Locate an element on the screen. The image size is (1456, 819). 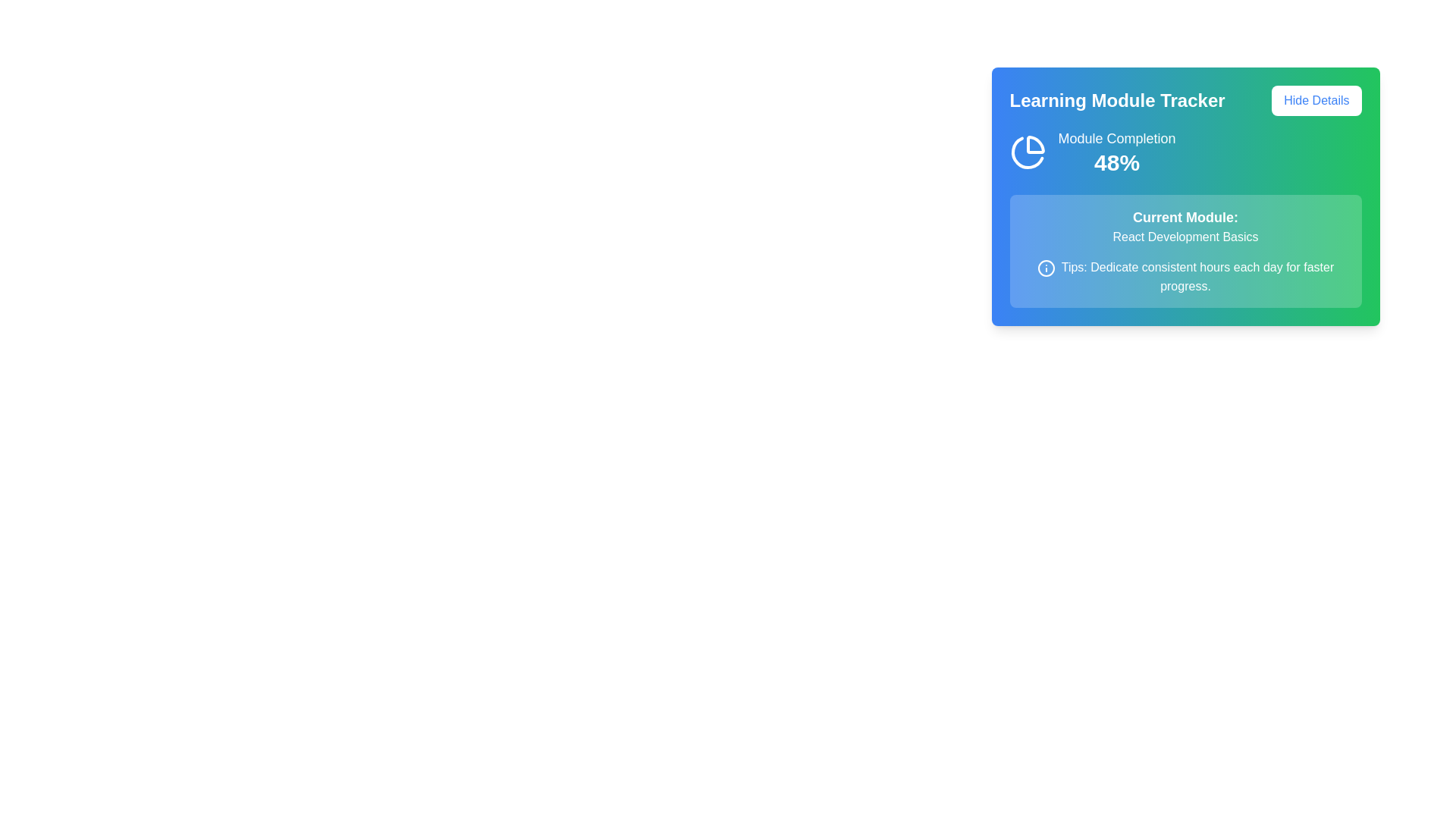
text displayed in the Text Display element indicating the current module, which is 'React Development Basics' is located at coordinates (1185, 227).